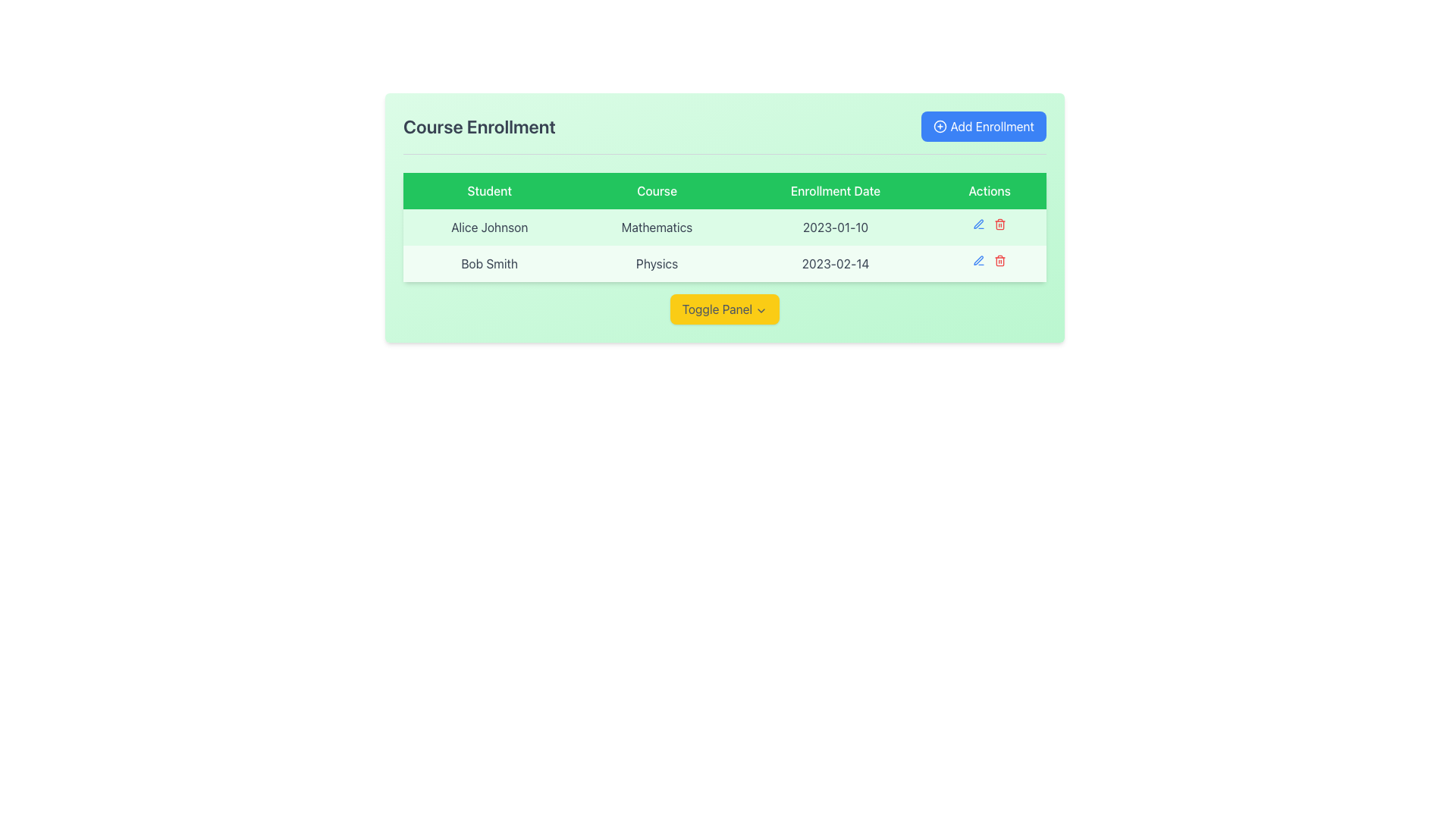  I want to click on the rectangular button labeled 'Add Enrollment' with a blue background and a circular plus symbol, so click(984, 125).